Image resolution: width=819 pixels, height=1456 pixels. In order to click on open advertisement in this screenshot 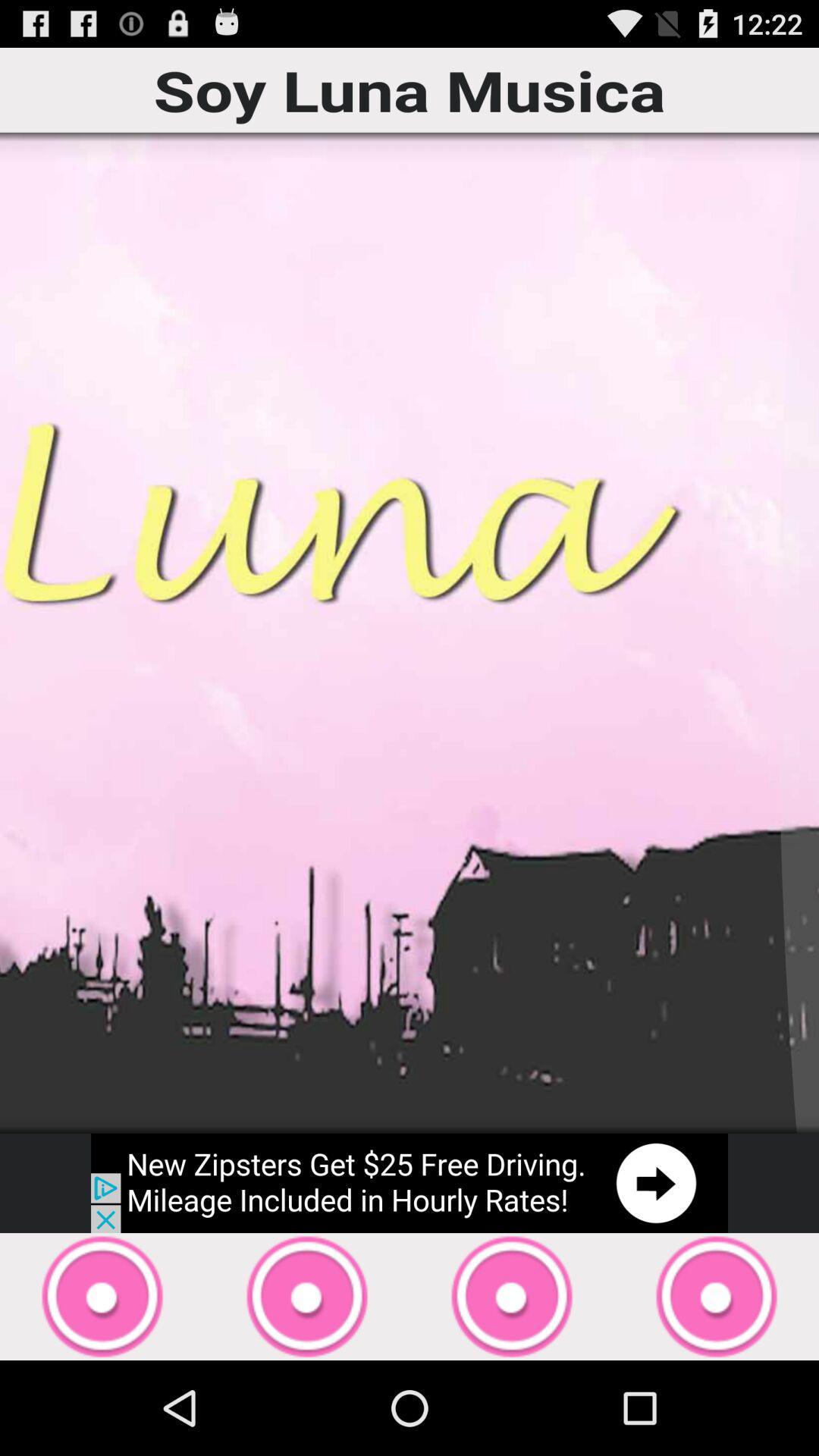, I will do `click(409, 1182)`.